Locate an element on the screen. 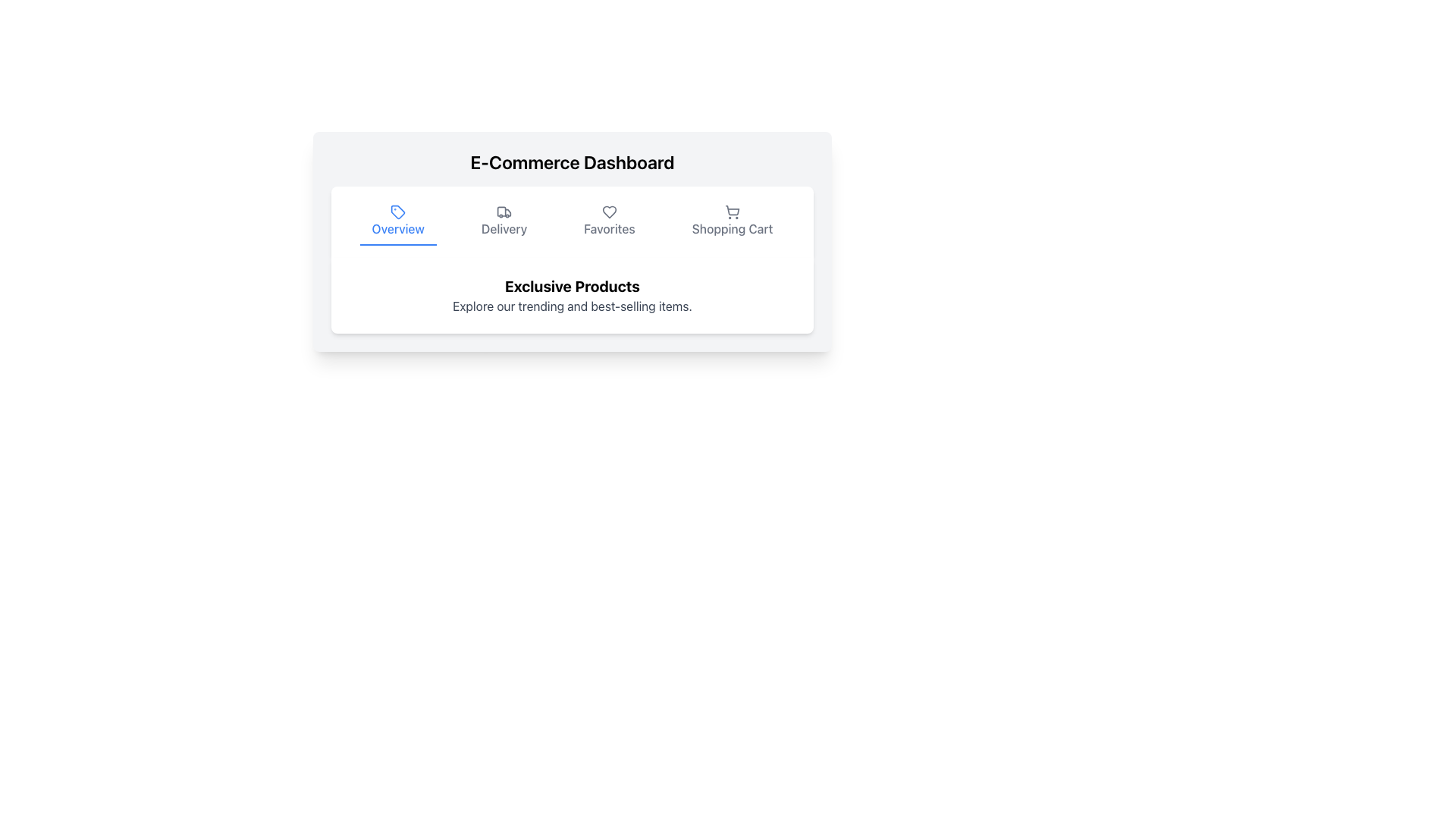 The height and width of the screenshot is (819, 1456). the 'Delivery' button located in the top bar menu between the 'Overview' and 'Favorites' buttons is located at coordinates (504, 222).